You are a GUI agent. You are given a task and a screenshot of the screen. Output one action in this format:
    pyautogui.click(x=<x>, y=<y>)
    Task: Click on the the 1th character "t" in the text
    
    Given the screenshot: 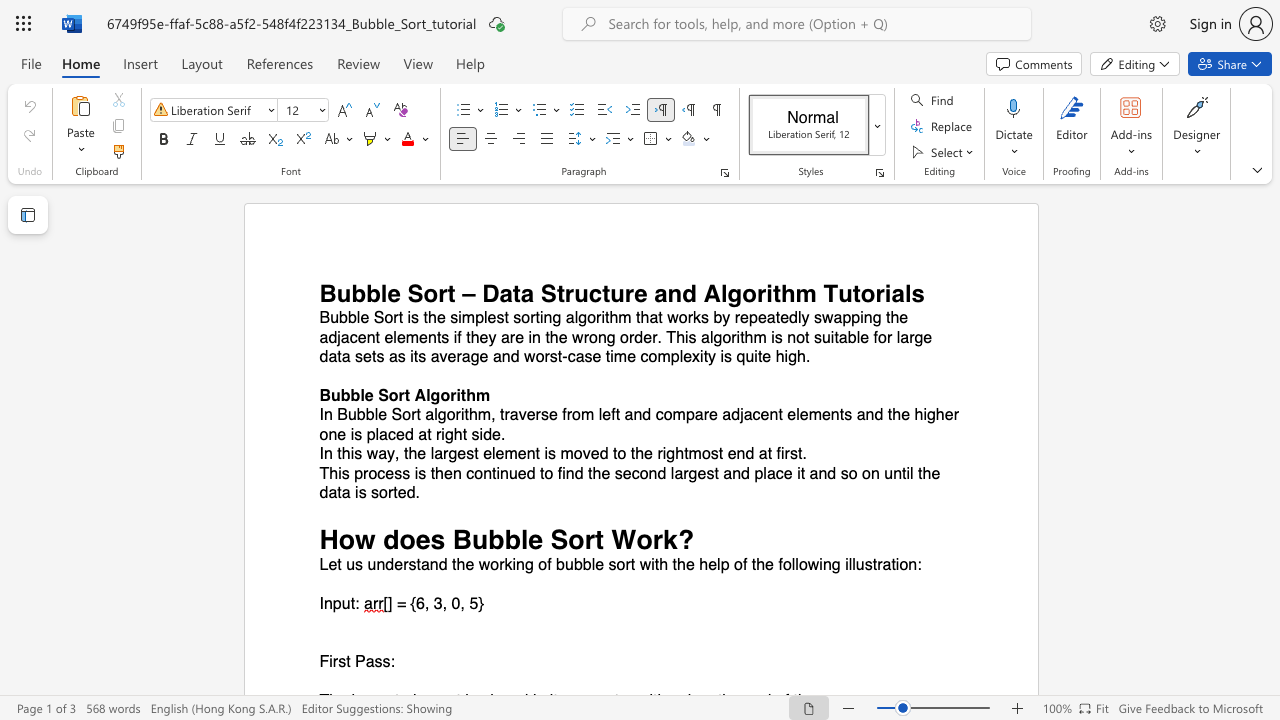 What is the action you would take?
    pyautogui.click(x=598, y=538)
    